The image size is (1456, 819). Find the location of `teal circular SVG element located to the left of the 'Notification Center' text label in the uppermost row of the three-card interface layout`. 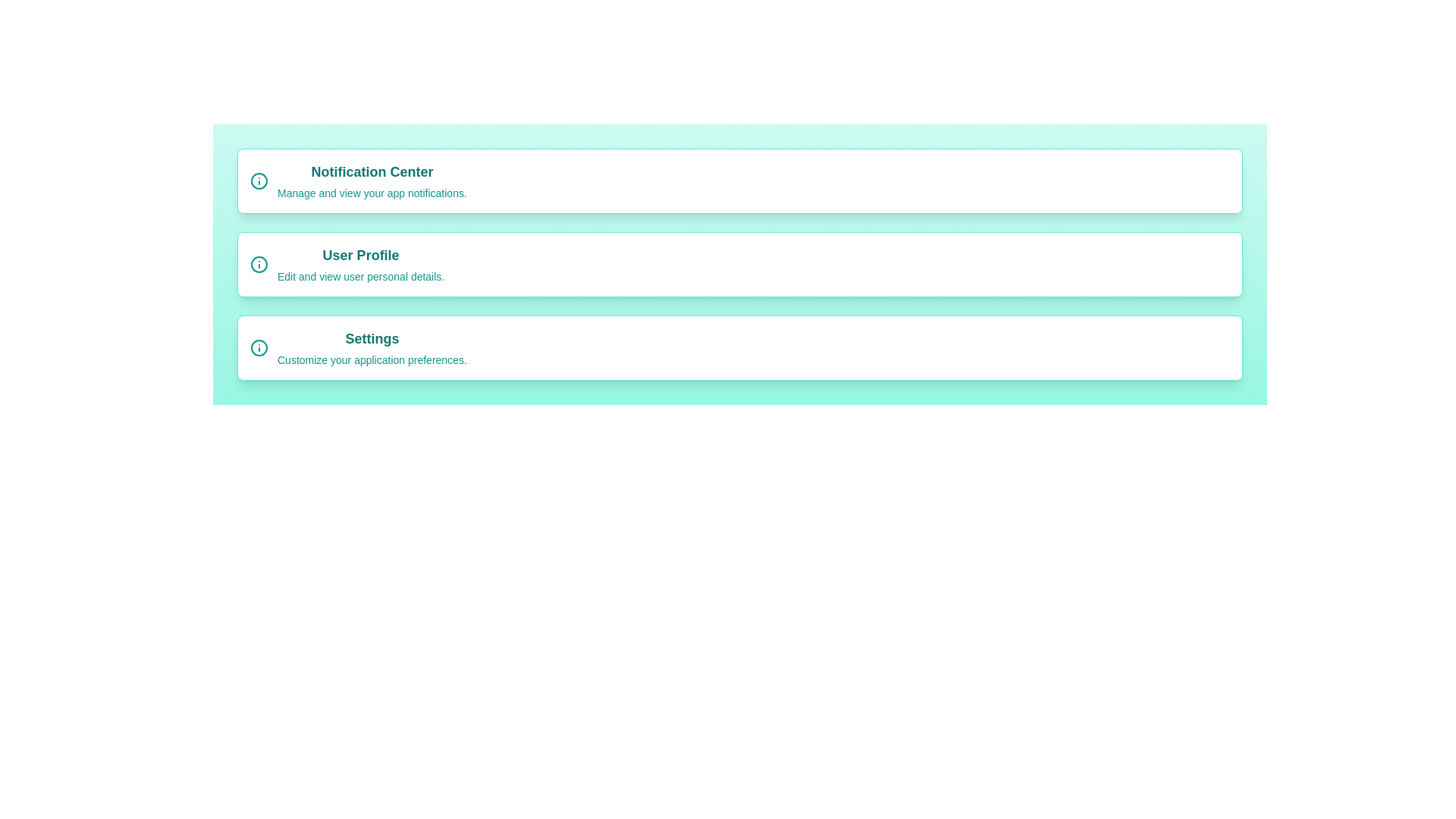

teal circular SVG element located to the left of the 'Notification Center' text label in the uppermost row of the three-card interface layout is located at coordinates (259, 180).